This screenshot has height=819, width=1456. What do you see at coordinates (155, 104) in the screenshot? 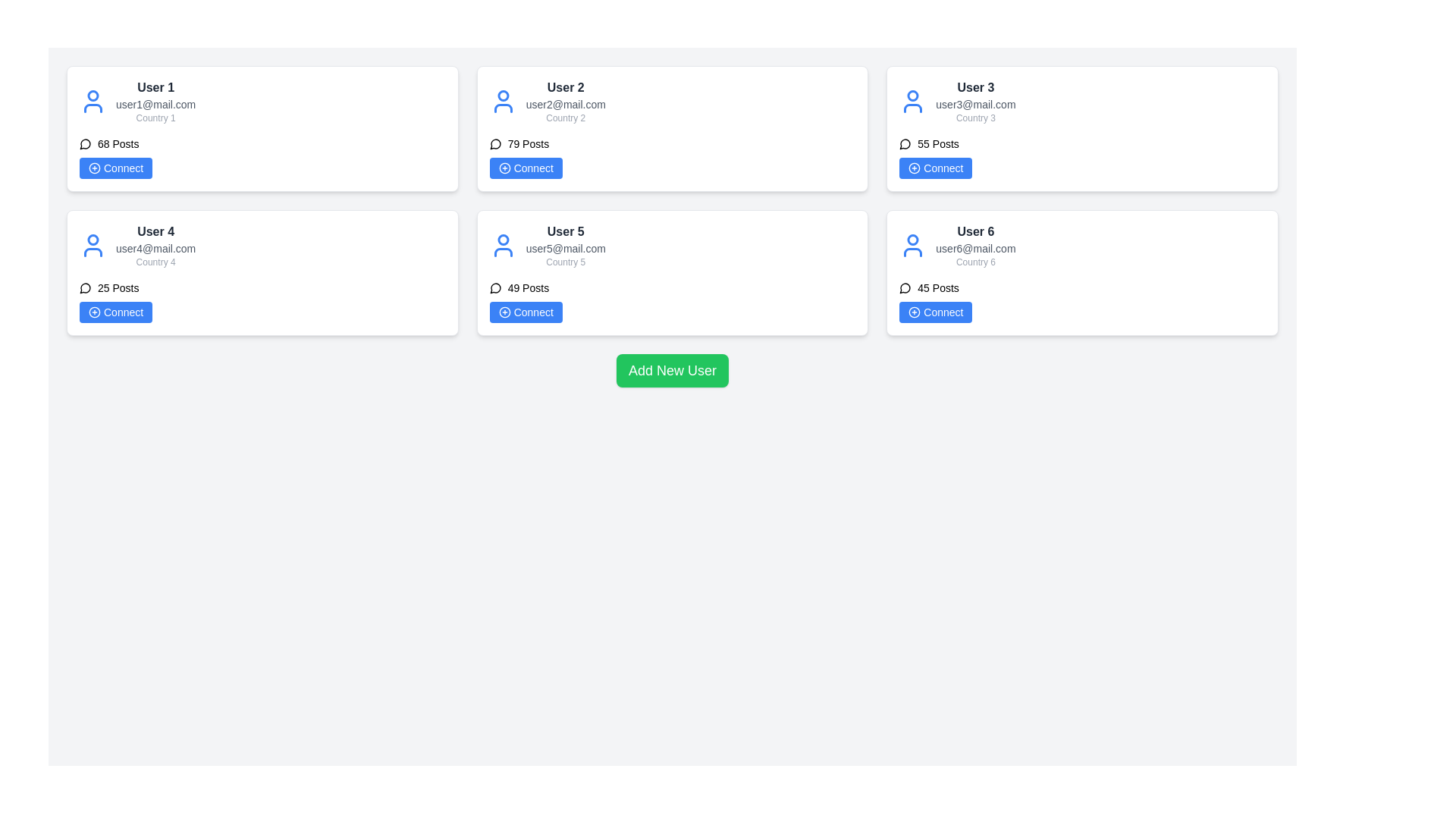
I see `the text displaying the email address of 'User 1', positioned below 'User 1' and above 'Country 1' in the top-left card of the grid layout` at bounding box center [155, 104].